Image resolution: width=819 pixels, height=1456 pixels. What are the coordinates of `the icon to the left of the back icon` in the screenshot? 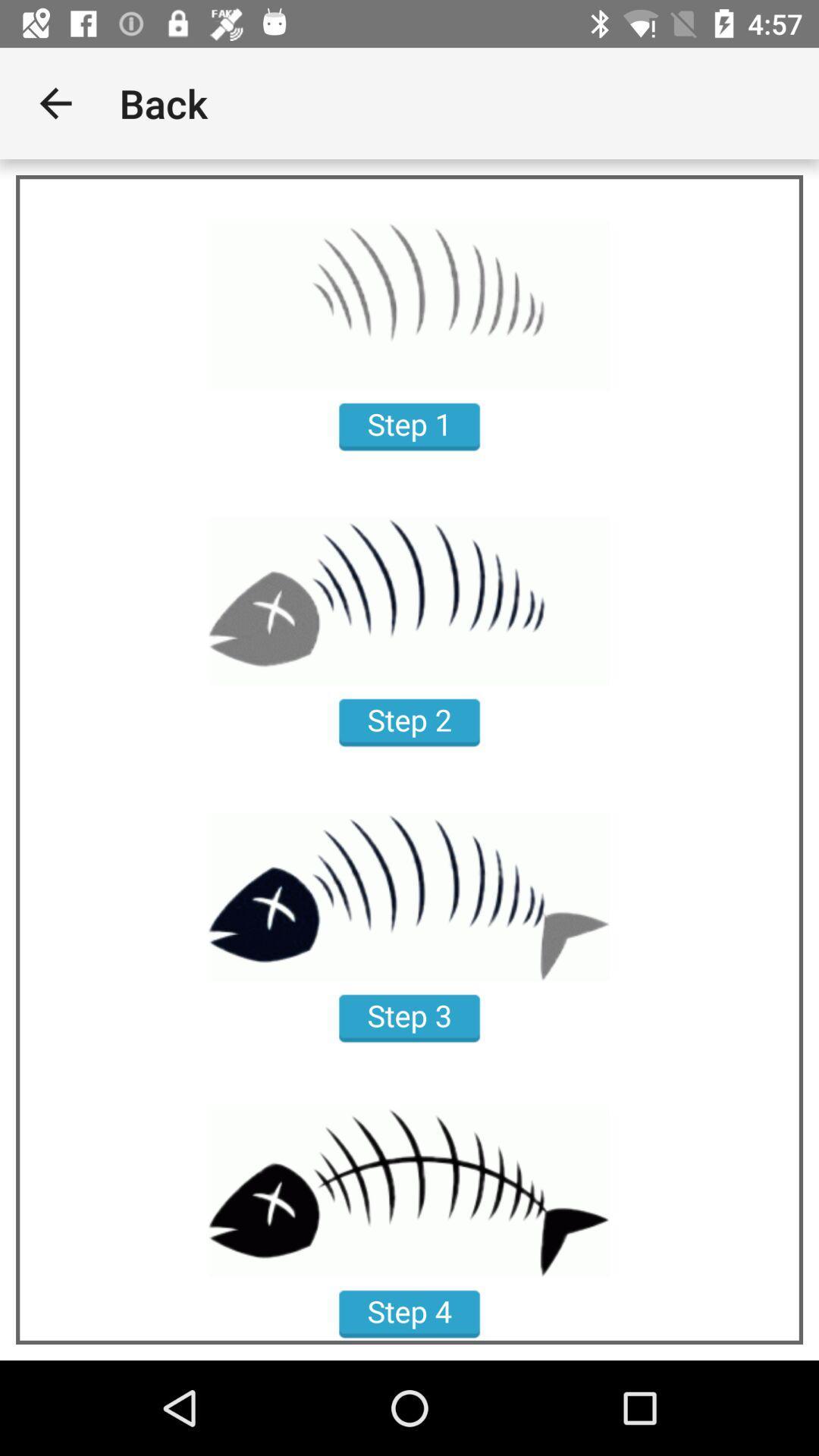 It's located at (55, 102).